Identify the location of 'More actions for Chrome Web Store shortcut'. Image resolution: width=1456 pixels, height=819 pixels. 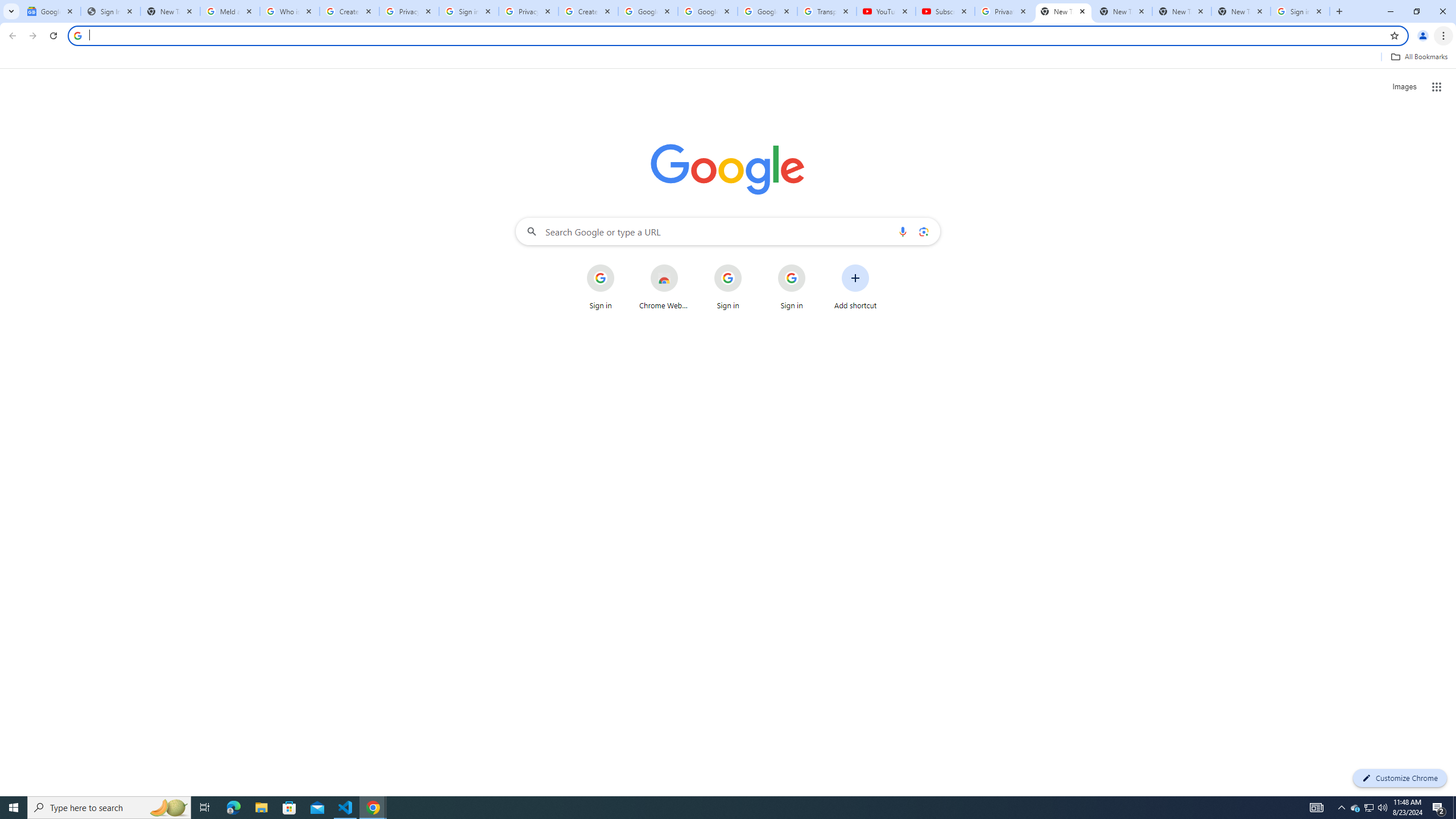
(686, 266).